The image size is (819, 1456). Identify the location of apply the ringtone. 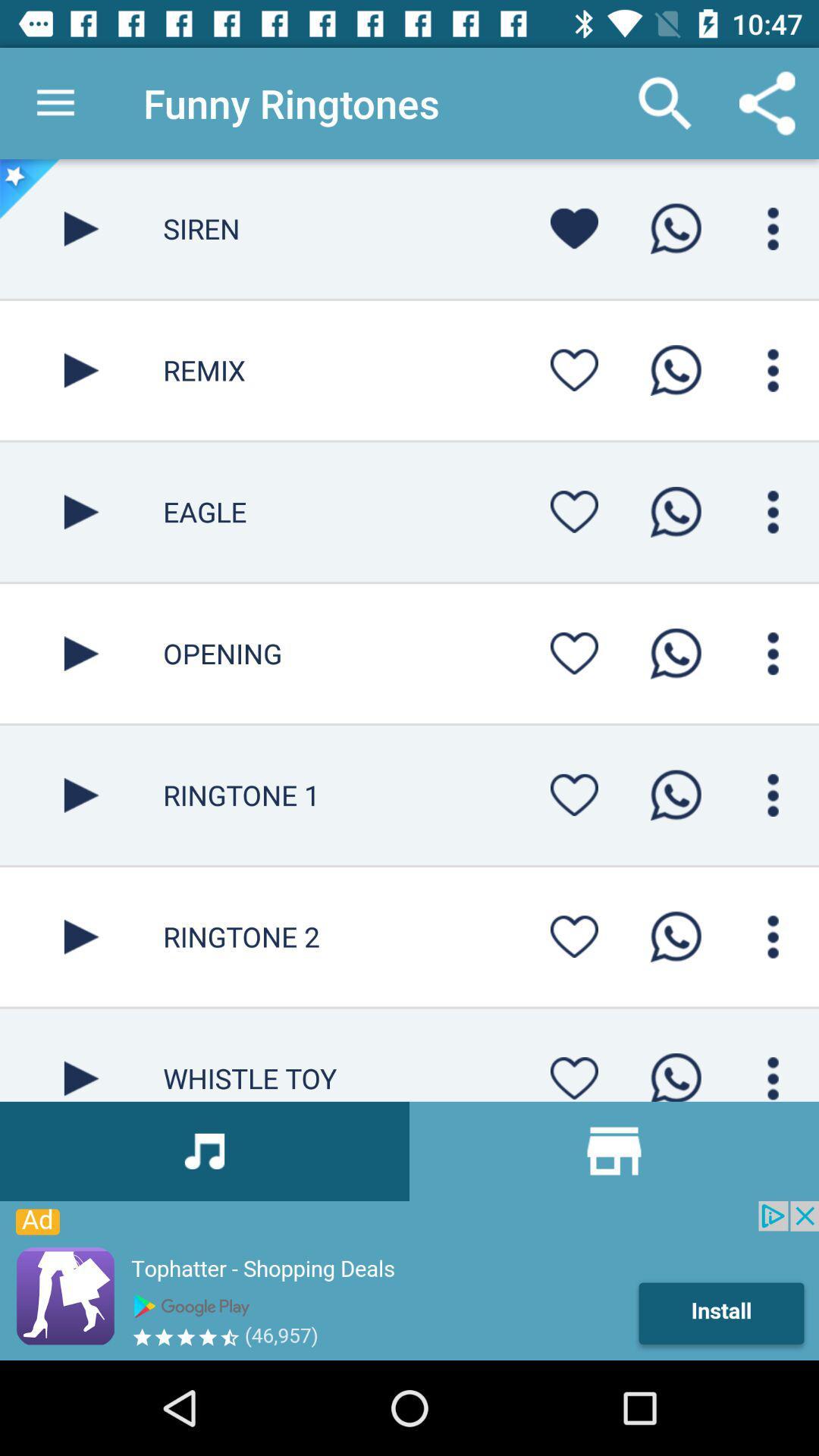
(675, 794).